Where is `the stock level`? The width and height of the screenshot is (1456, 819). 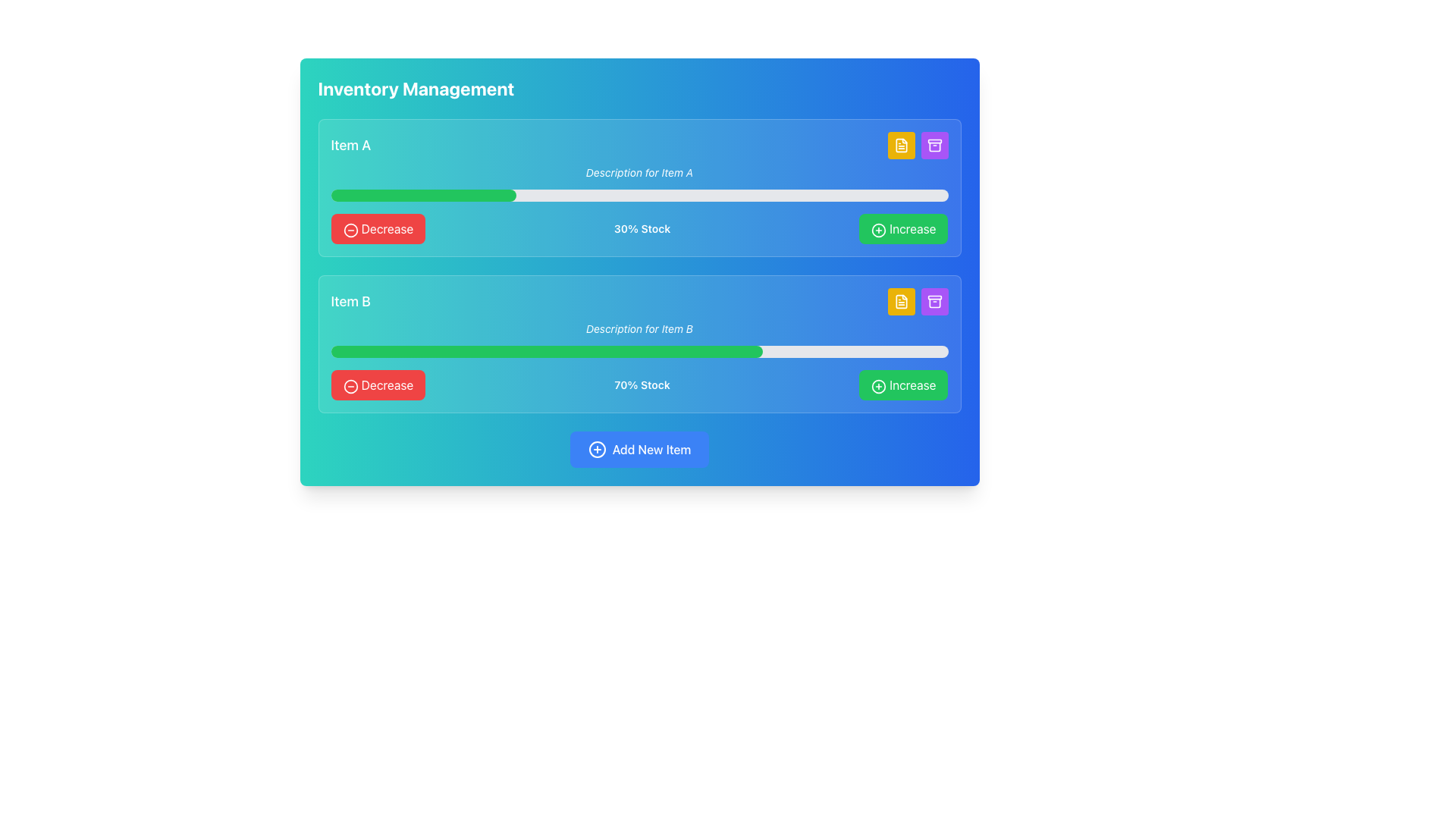 the stock level is located at coordinates (817, 195).